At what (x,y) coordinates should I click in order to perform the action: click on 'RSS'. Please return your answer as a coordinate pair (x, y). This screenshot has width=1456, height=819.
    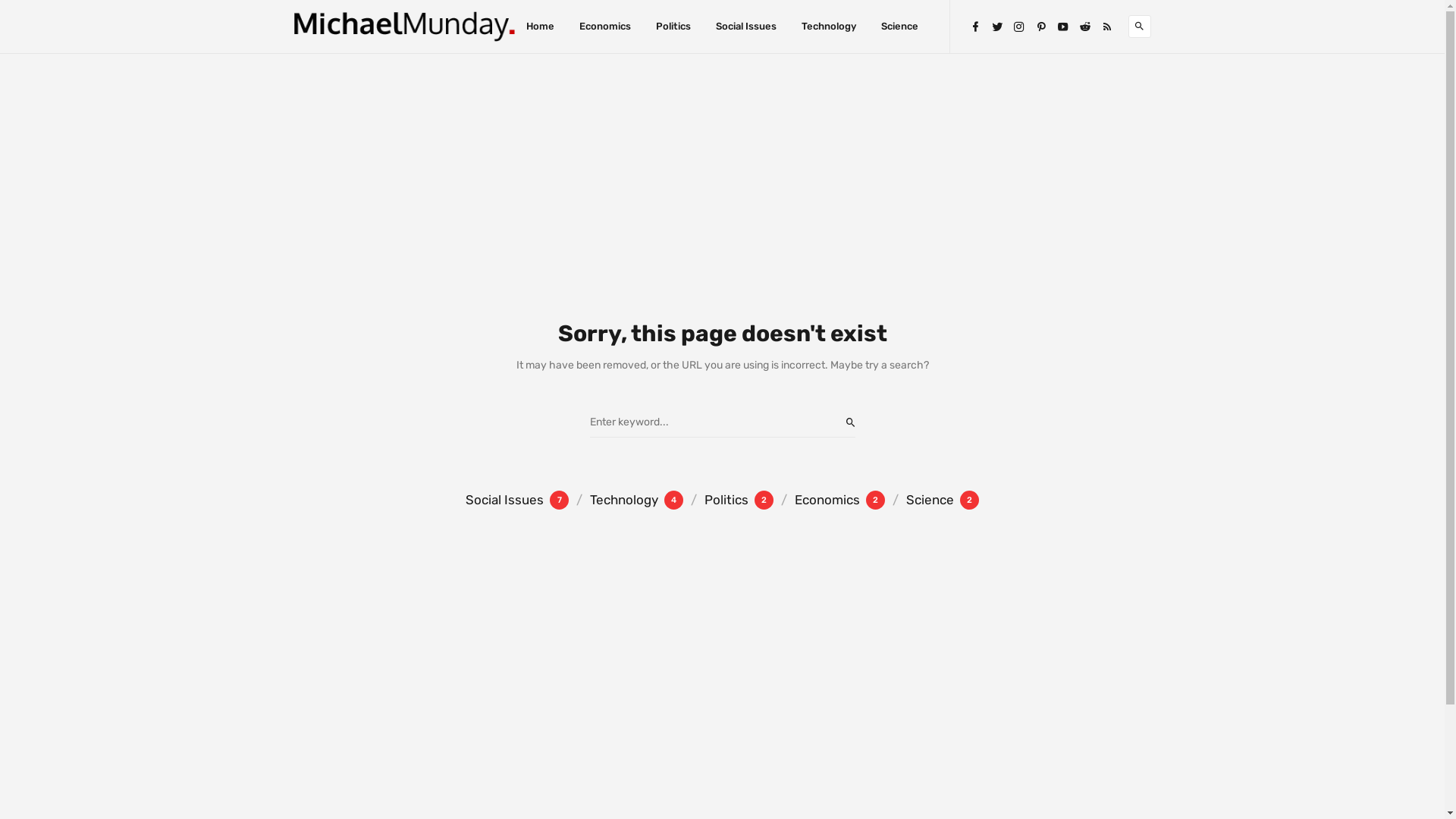
    Looking at the image, I should click on (1106, 26).